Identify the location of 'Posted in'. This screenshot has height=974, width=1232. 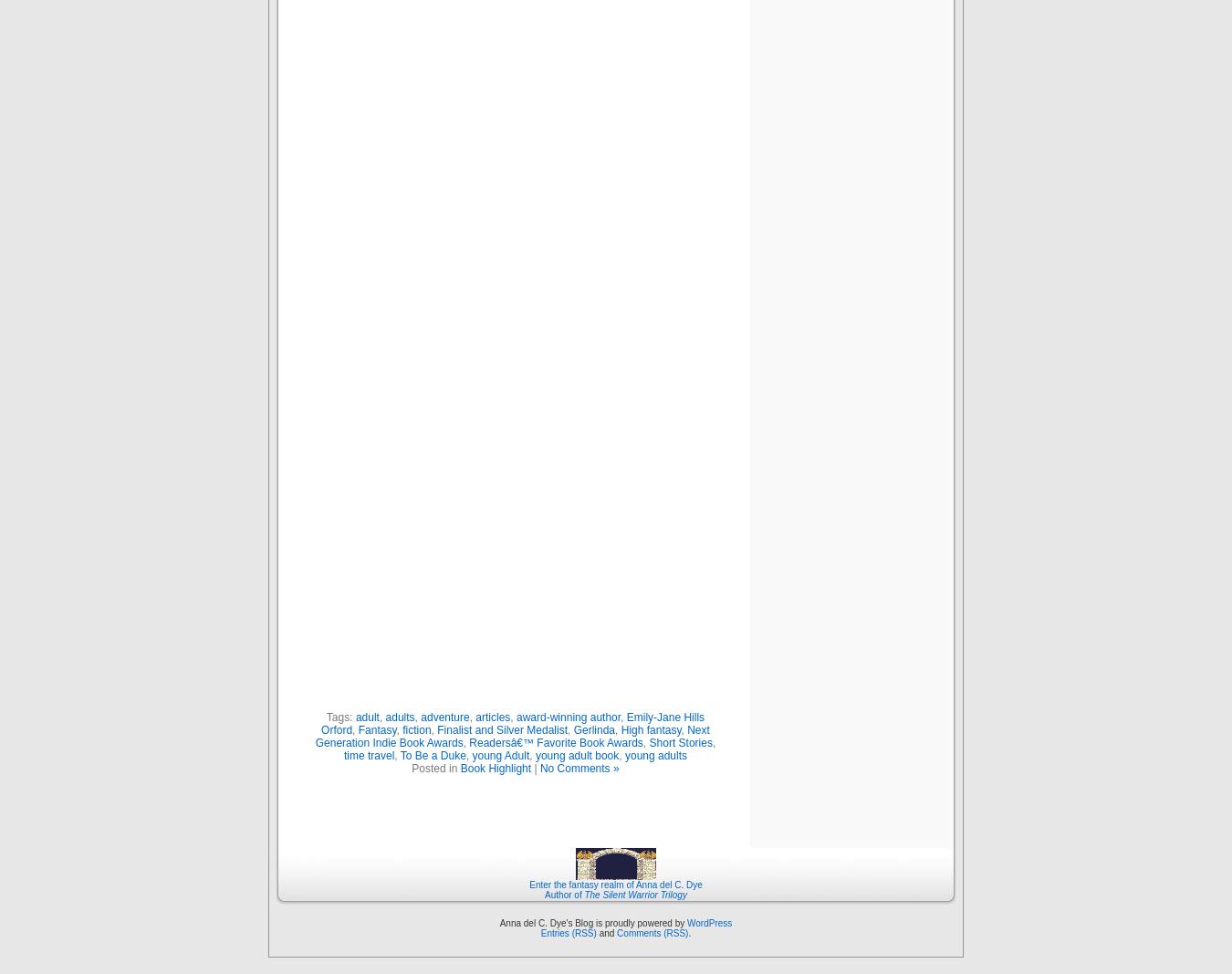
(434, 767).